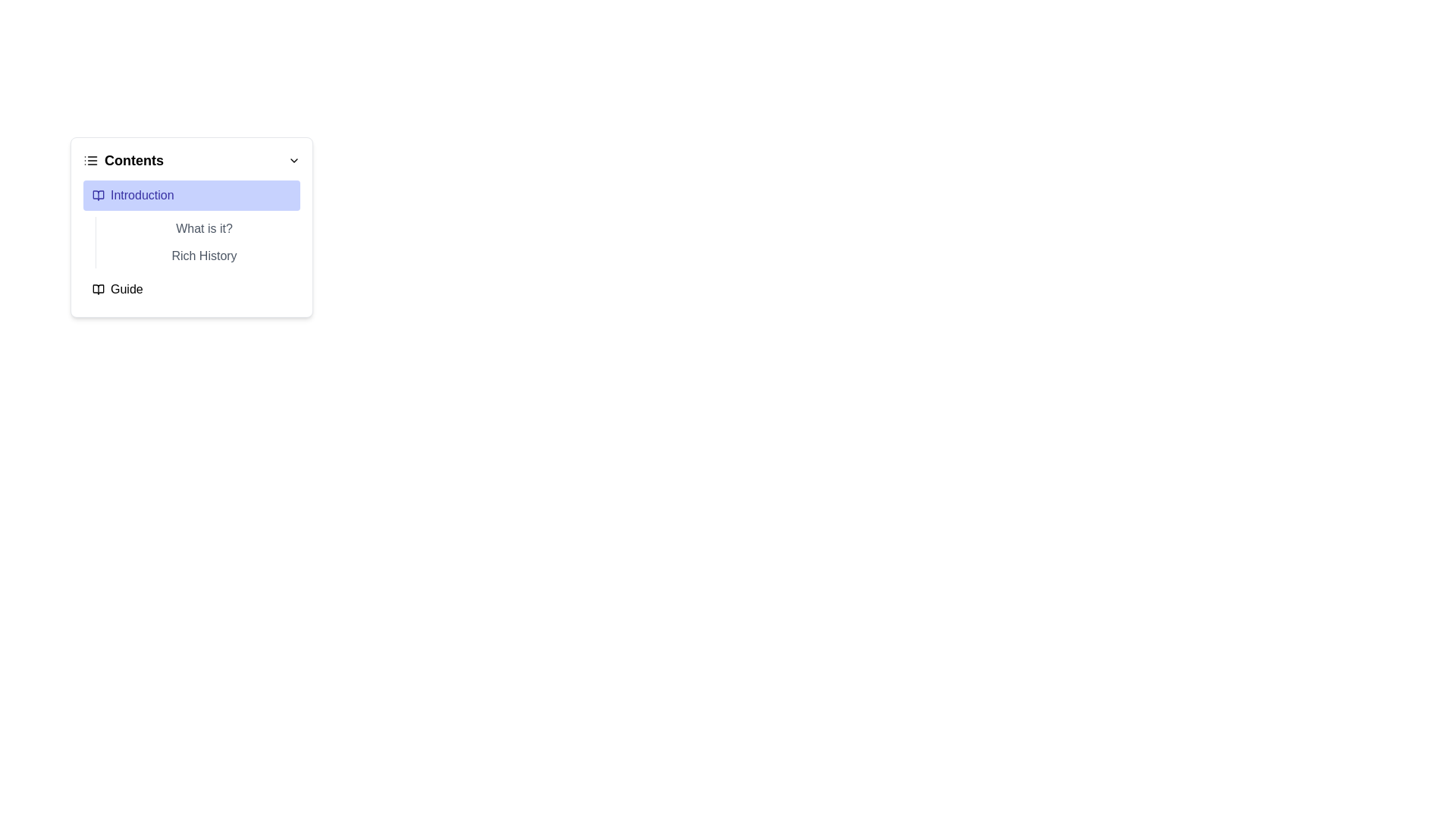 The height and width of the screenshot is (819, 1456). What do you see at coordinates (97, 195) in the screenshot?
I see `the icon indicating the 'Introduction' section in the vertical menu, which is located to the left of the 'Introduction' text` at bounding box center [97, 195].